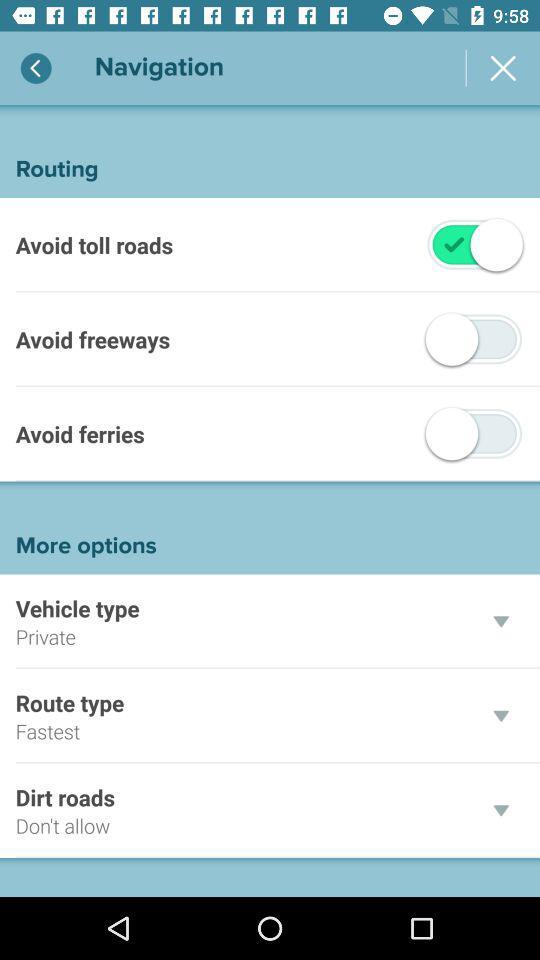 The width and height of the screenshot is (540, 960). I want to click on the button which is next to avoid freeways, so click(473, 339).